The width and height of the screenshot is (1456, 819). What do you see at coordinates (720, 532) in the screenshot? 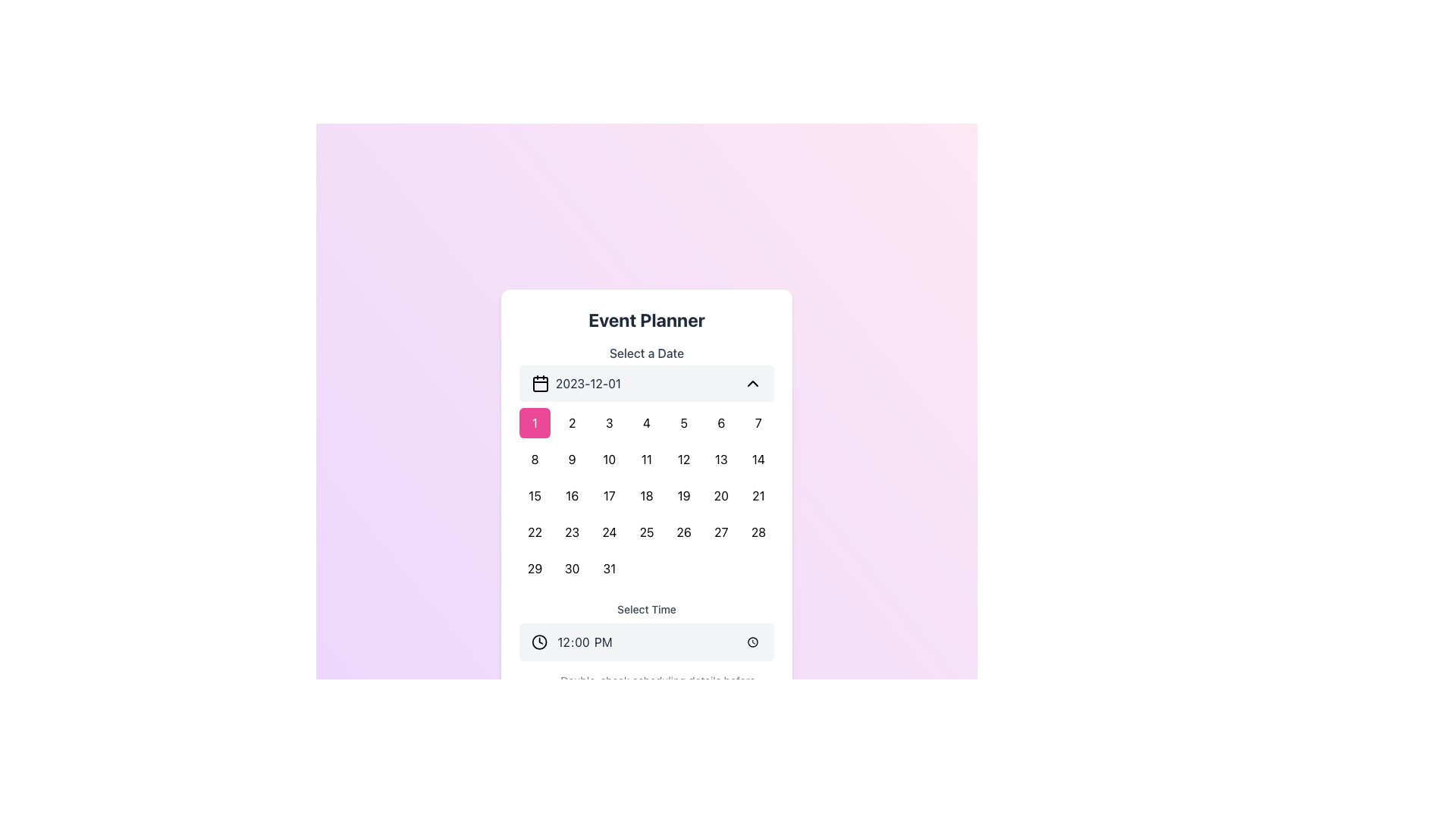
I see `the button representing the selectable date in the sixth row and sixth column of the calendar widget` at bounding box center [720, 532].